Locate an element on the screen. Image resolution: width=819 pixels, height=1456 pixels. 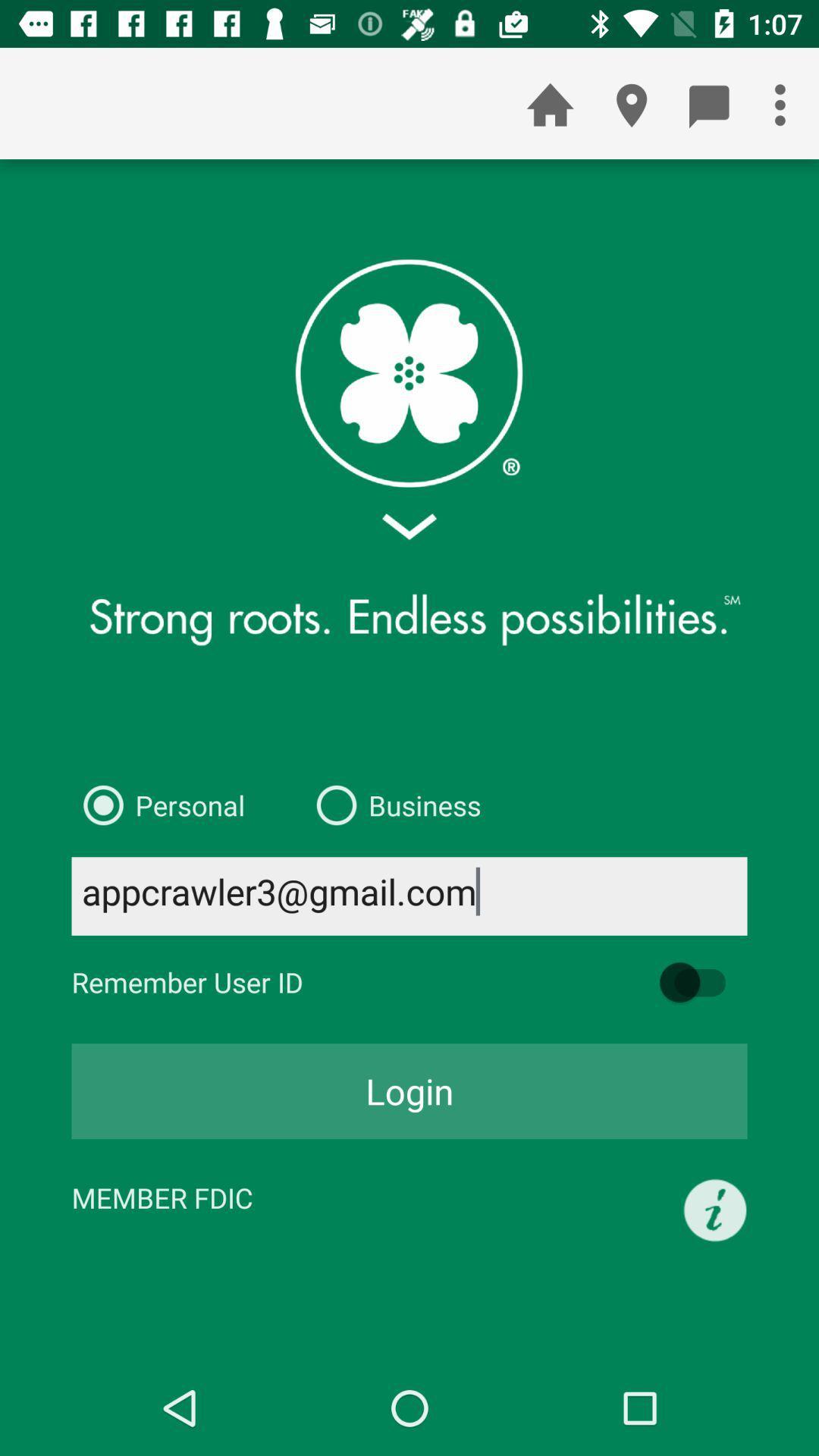
item above the appcrawler3@gmail.com item is located at coordinates (158, 804).